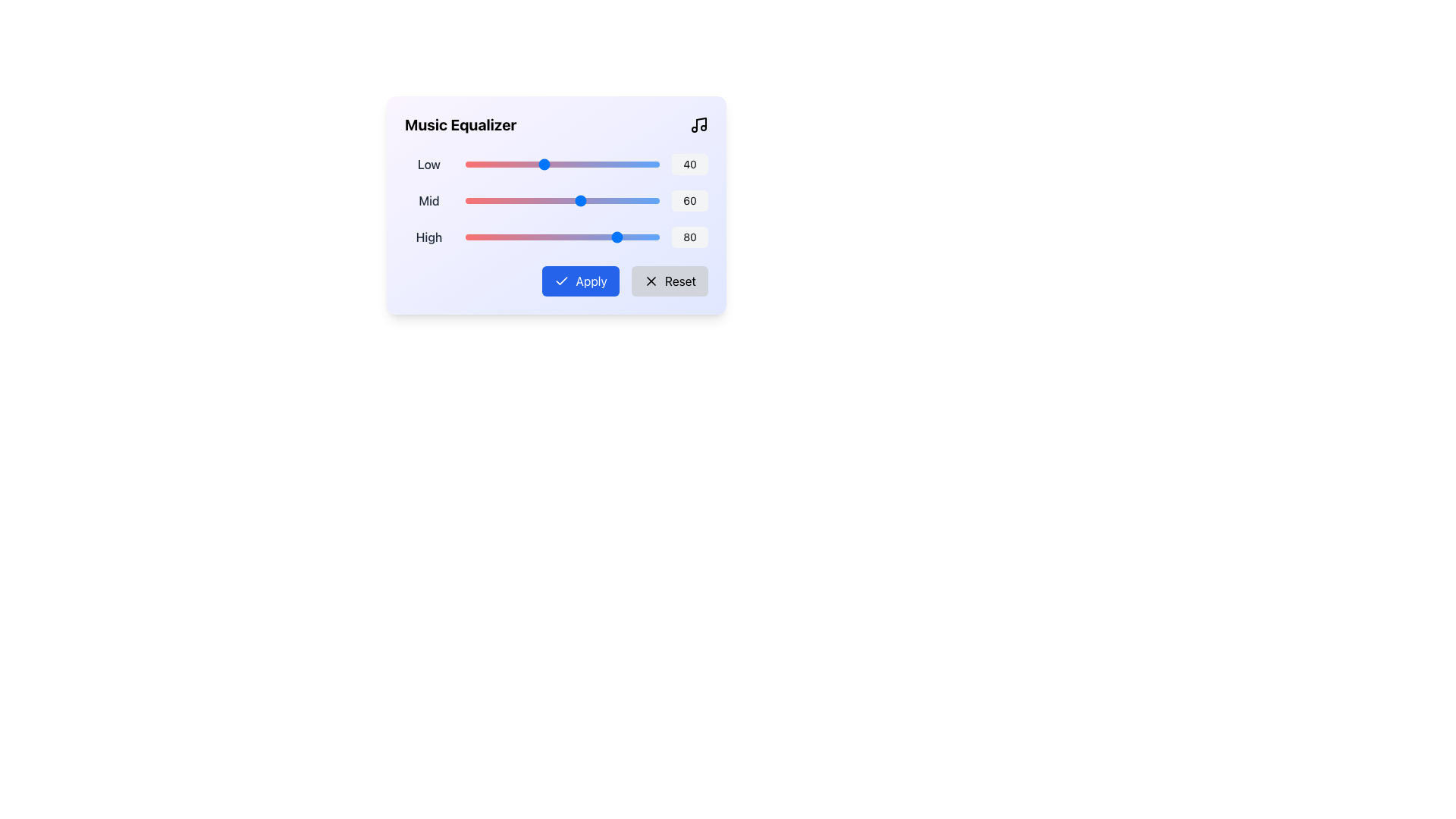  What do you see at coordinates (651, 281) in the screenshot?
I see `the reset icon located to the left of the 'Reset' label in the Music Equalizer interface` at bounding box center [651, 281].